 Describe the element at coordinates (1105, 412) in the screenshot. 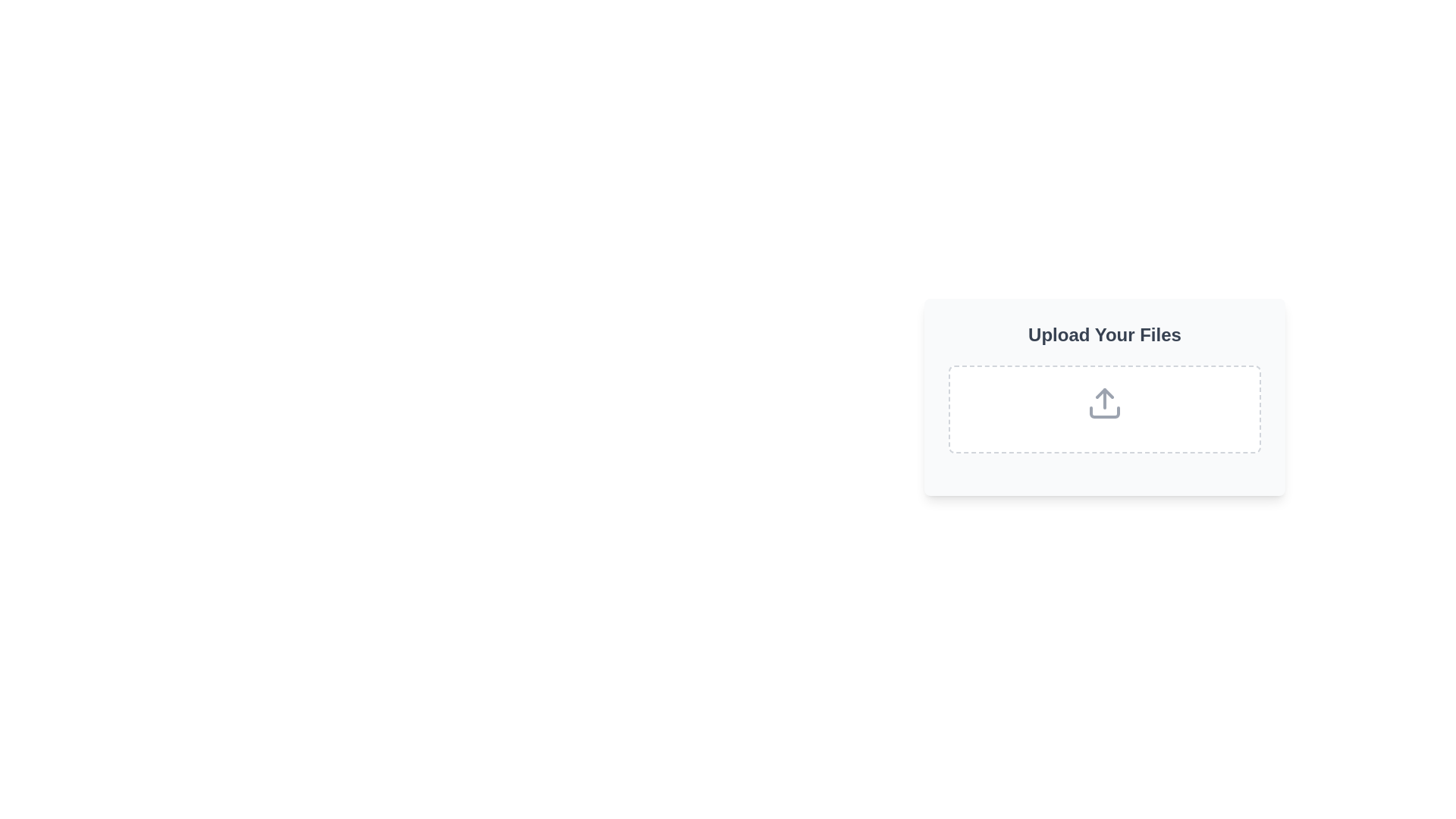

I see `the horizontal line with rounded ends at the bottom of the SVG icon in the file upload widget` at that location.